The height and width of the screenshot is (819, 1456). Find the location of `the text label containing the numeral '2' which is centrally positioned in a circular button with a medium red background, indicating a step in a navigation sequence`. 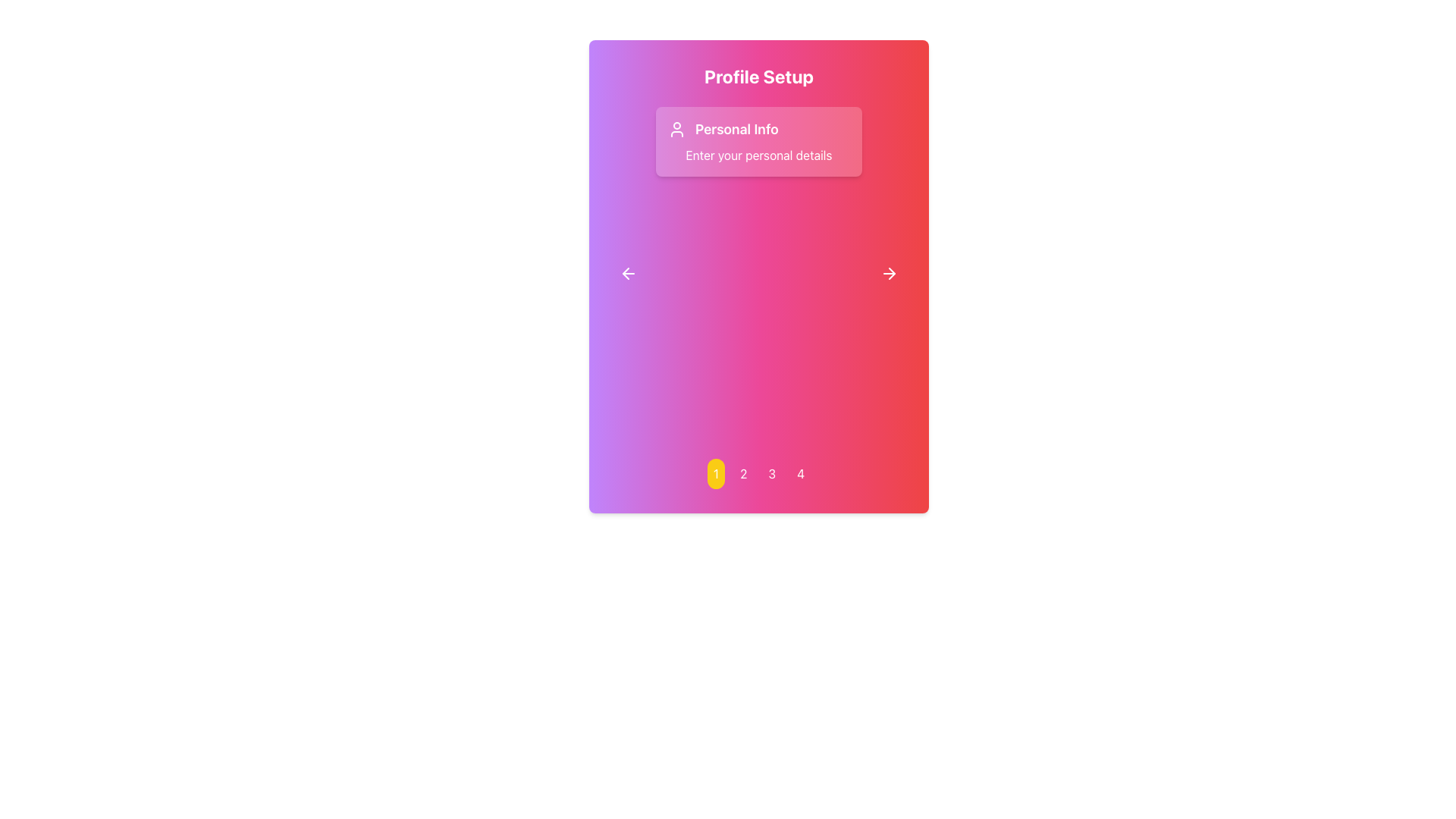

the text label containing the numeral '2' which is centrally positioned in a circular button with a medium red background, indicating a step in a navigation sequence is located at coordinates (743, 472).